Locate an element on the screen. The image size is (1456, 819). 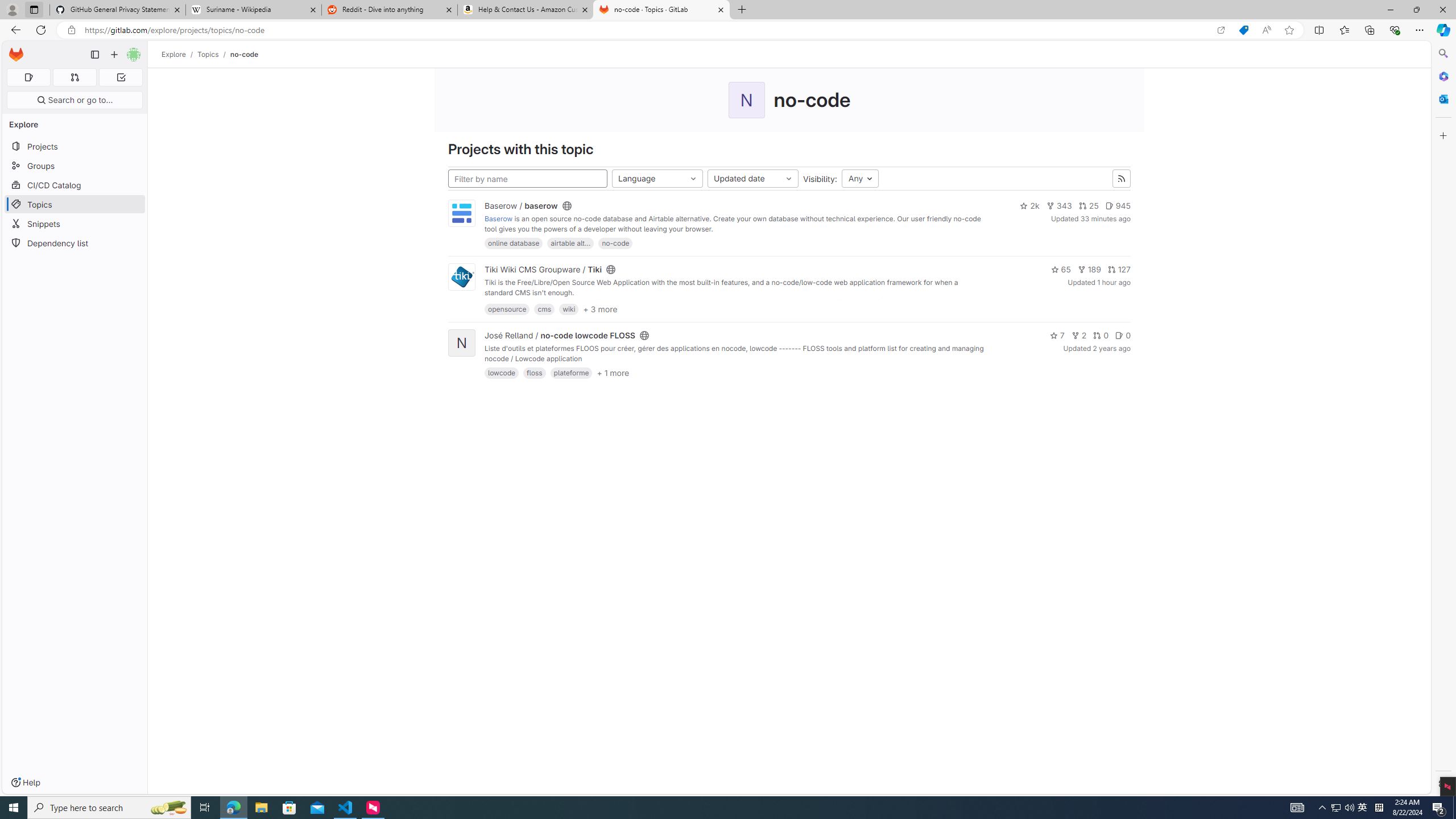
'343' is located at coordinates (1058, 205).